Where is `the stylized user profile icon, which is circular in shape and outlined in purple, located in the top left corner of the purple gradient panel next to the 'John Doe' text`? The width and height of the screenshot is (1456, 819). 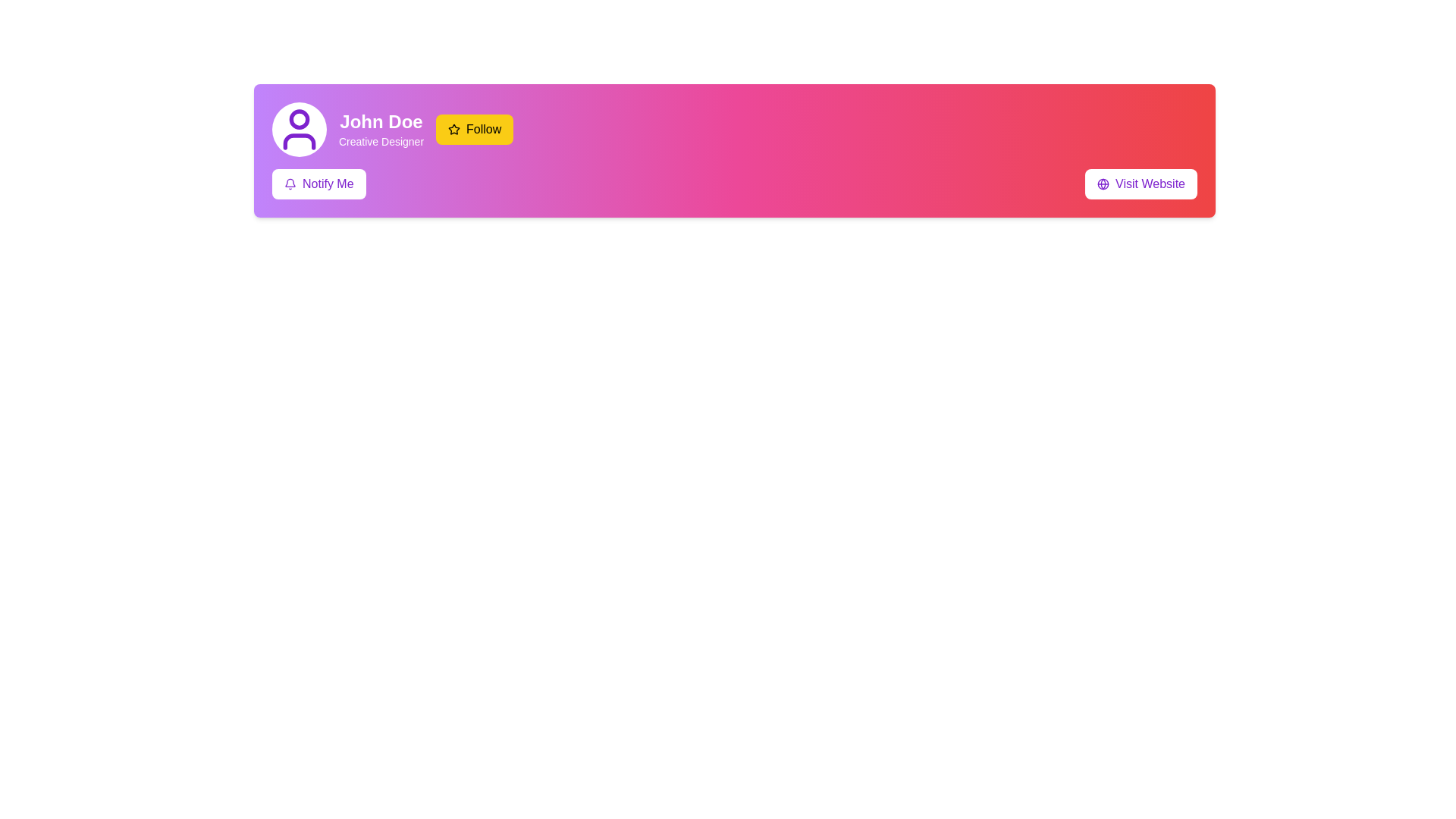 the stylized user profile icon, which is circular in shape and outlined in purple, located in the top left corner of the purple gradient panel next to the 'John Doe' text is located at coordinates (299, 128).